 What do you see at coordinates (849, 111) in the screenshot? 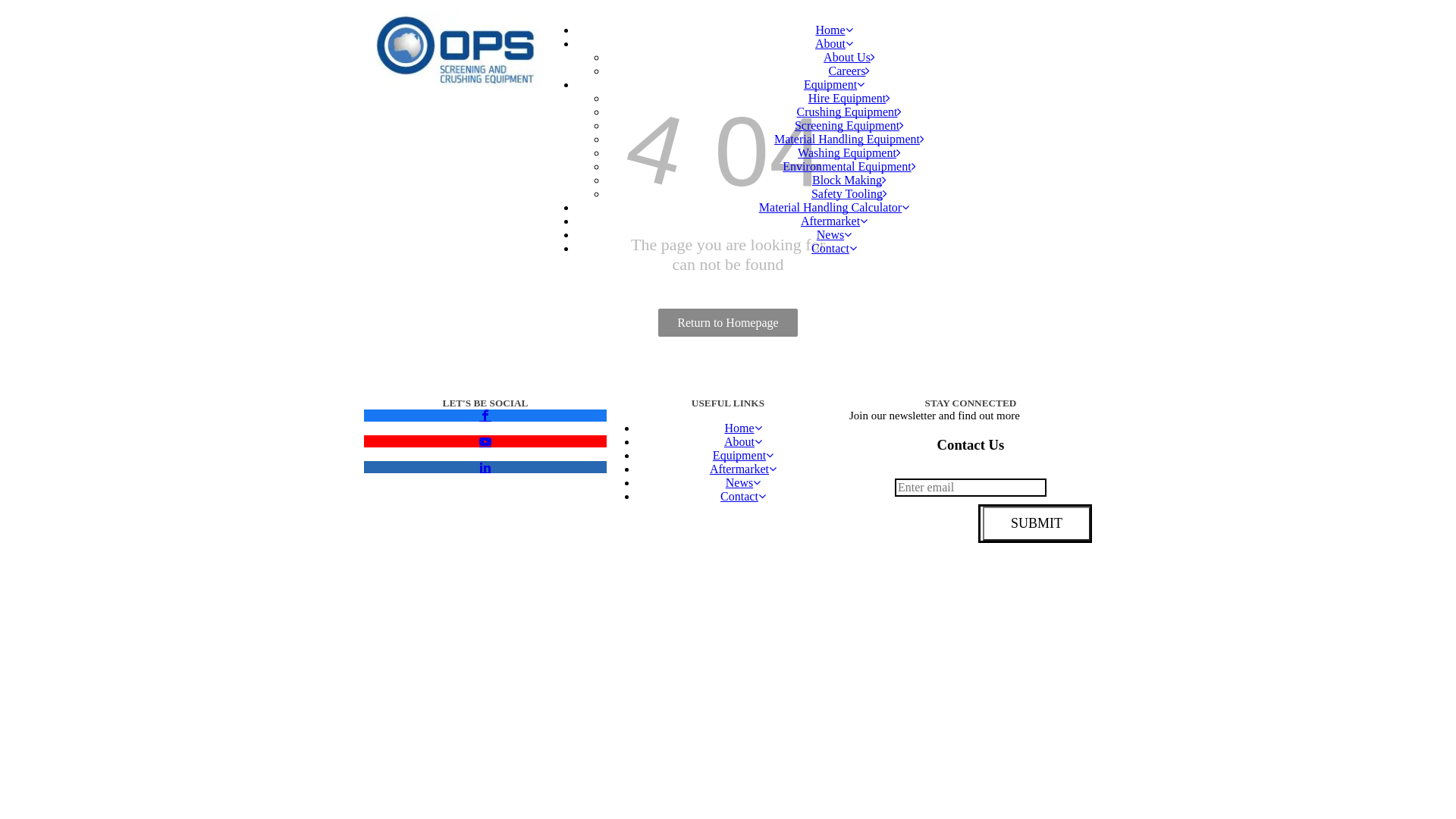
I see `'Crushing Equipment'` at bounding box center [849, 111].